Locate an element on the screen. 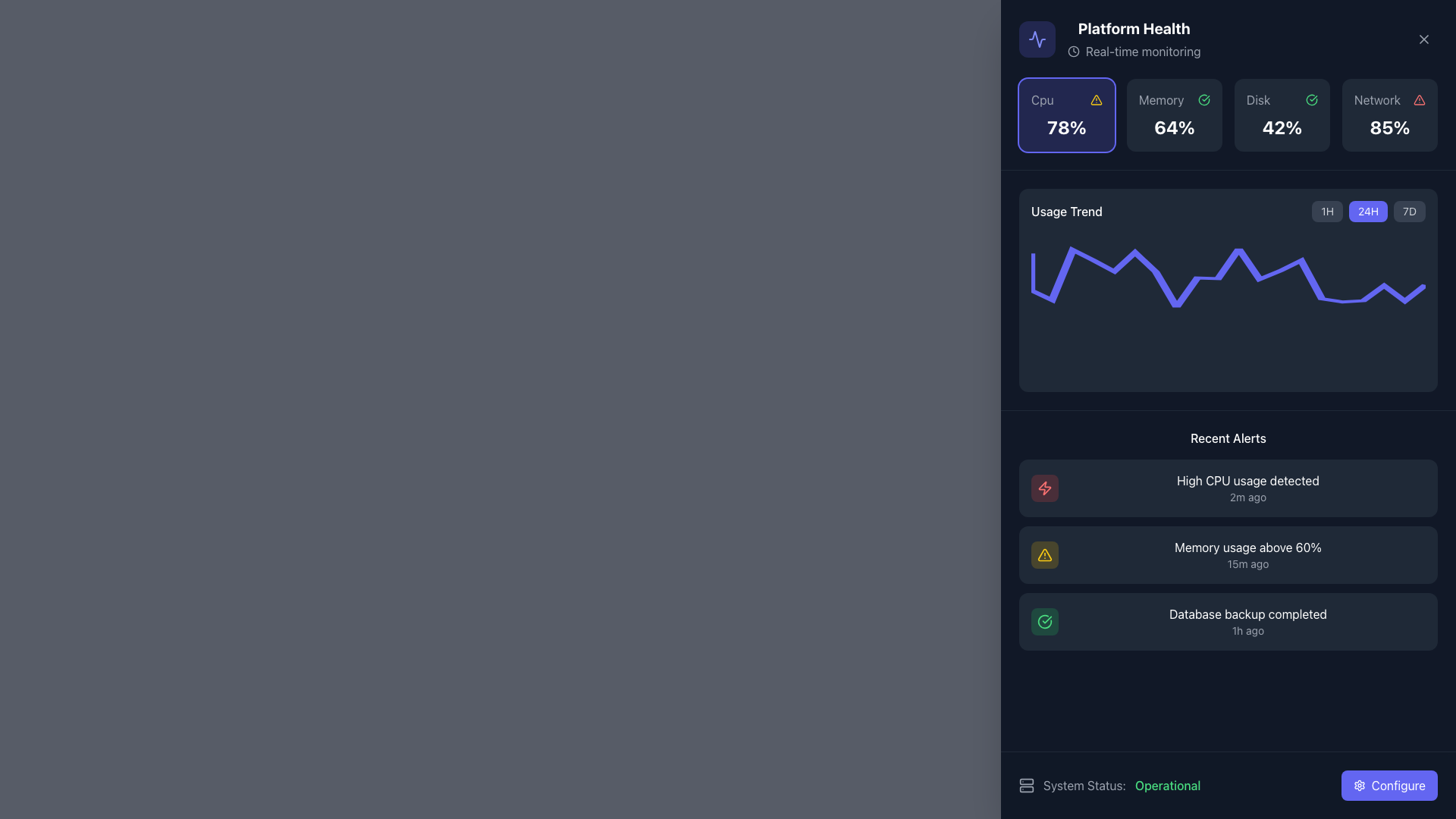  the text element displaying '64%' in a bold, large font, located within the 'Memory' card, which is the second card in a row of four cards is located at coordinates (1174, 127).